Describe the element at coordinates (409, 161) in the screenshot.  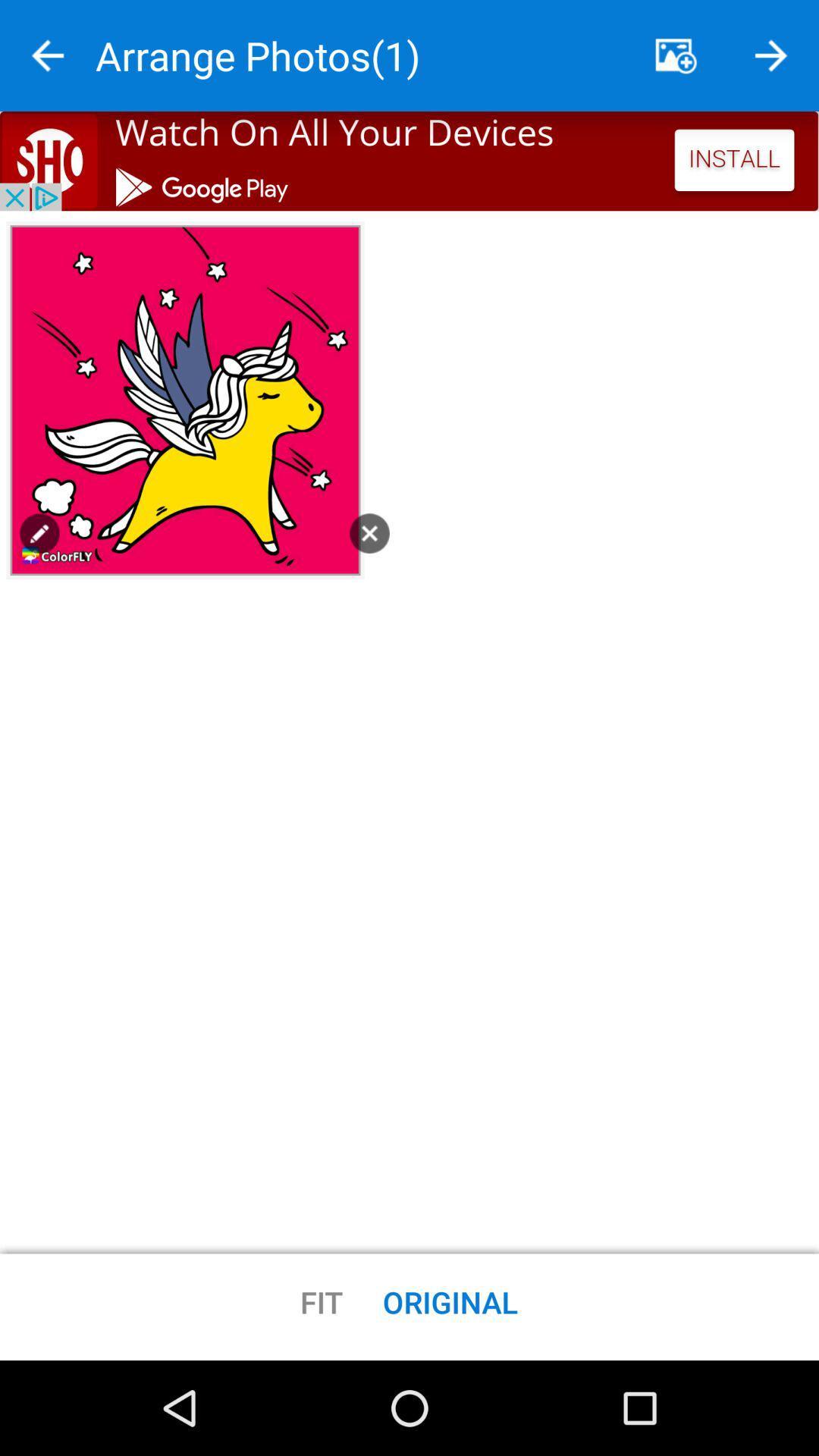
I see `advertisement` at that location.